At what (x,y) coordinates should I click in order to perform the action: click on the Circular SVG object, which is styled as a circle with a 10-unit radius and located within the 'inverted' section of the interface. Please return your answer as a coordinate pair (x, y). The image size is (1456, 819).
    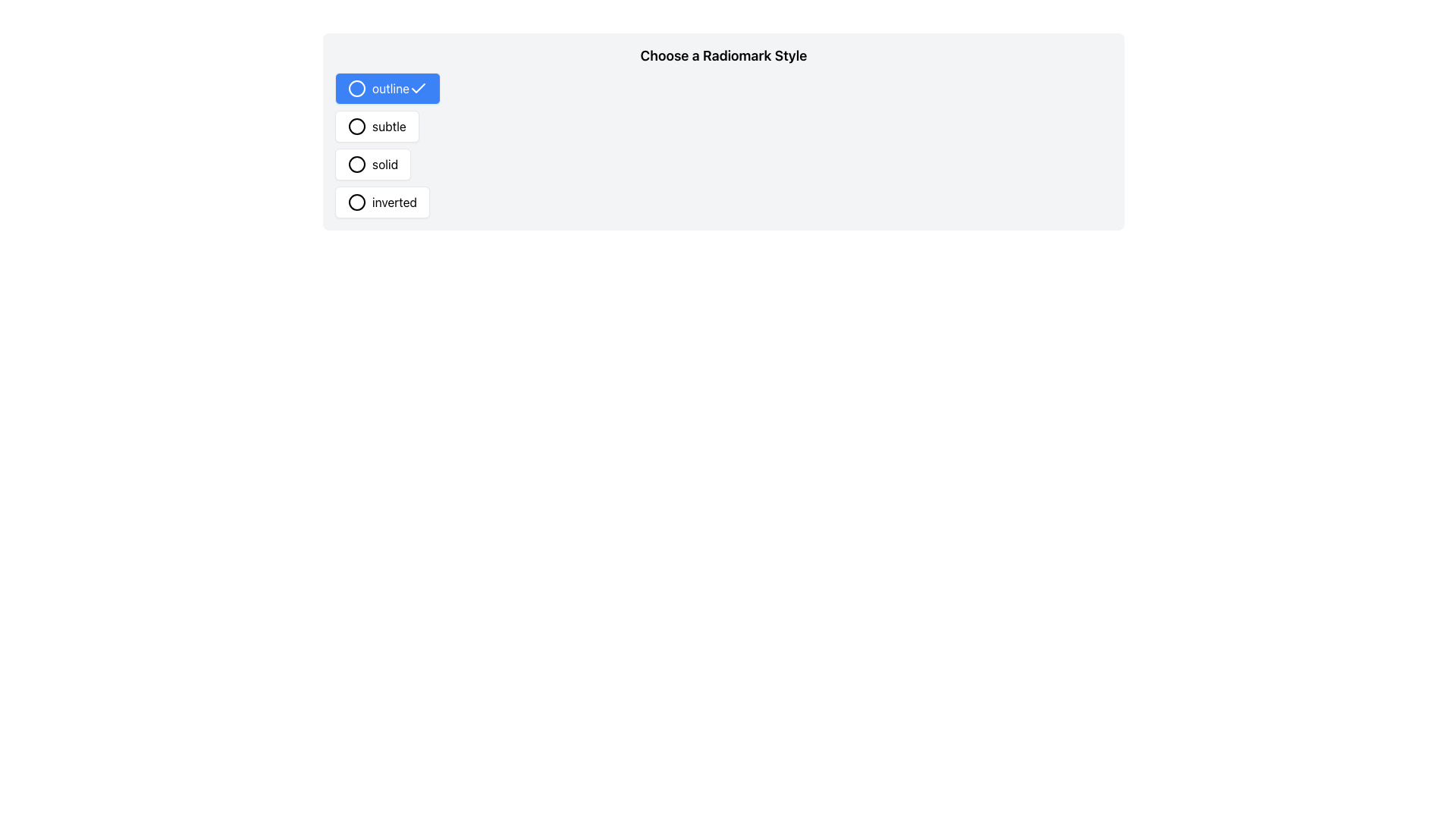
    Looking at the image, I should click on (356, 201).